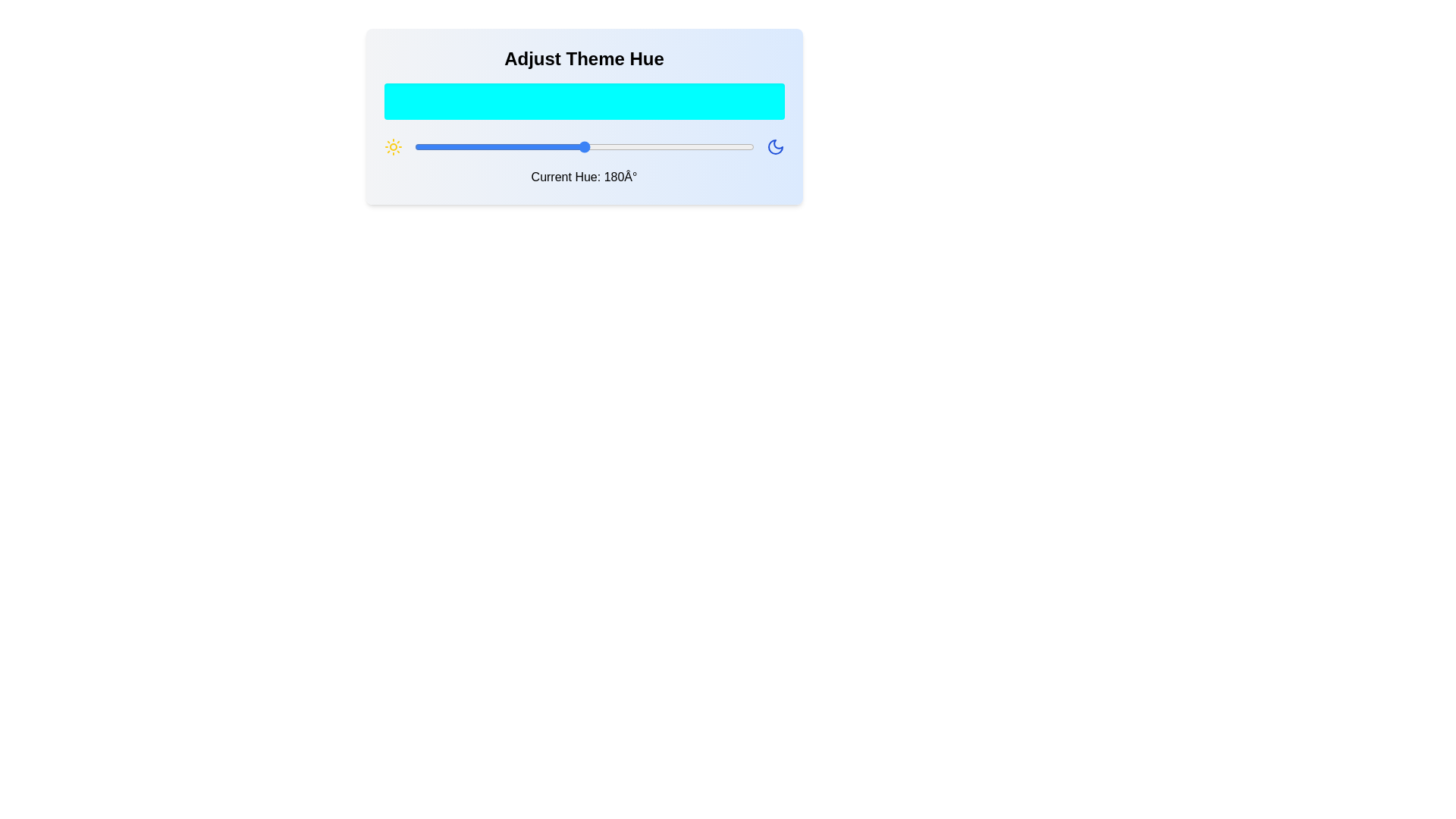 This screenshot has width=1456, height=819. I want to click on the hue to 170 degrees by dragging the slider, so click(574, 146).